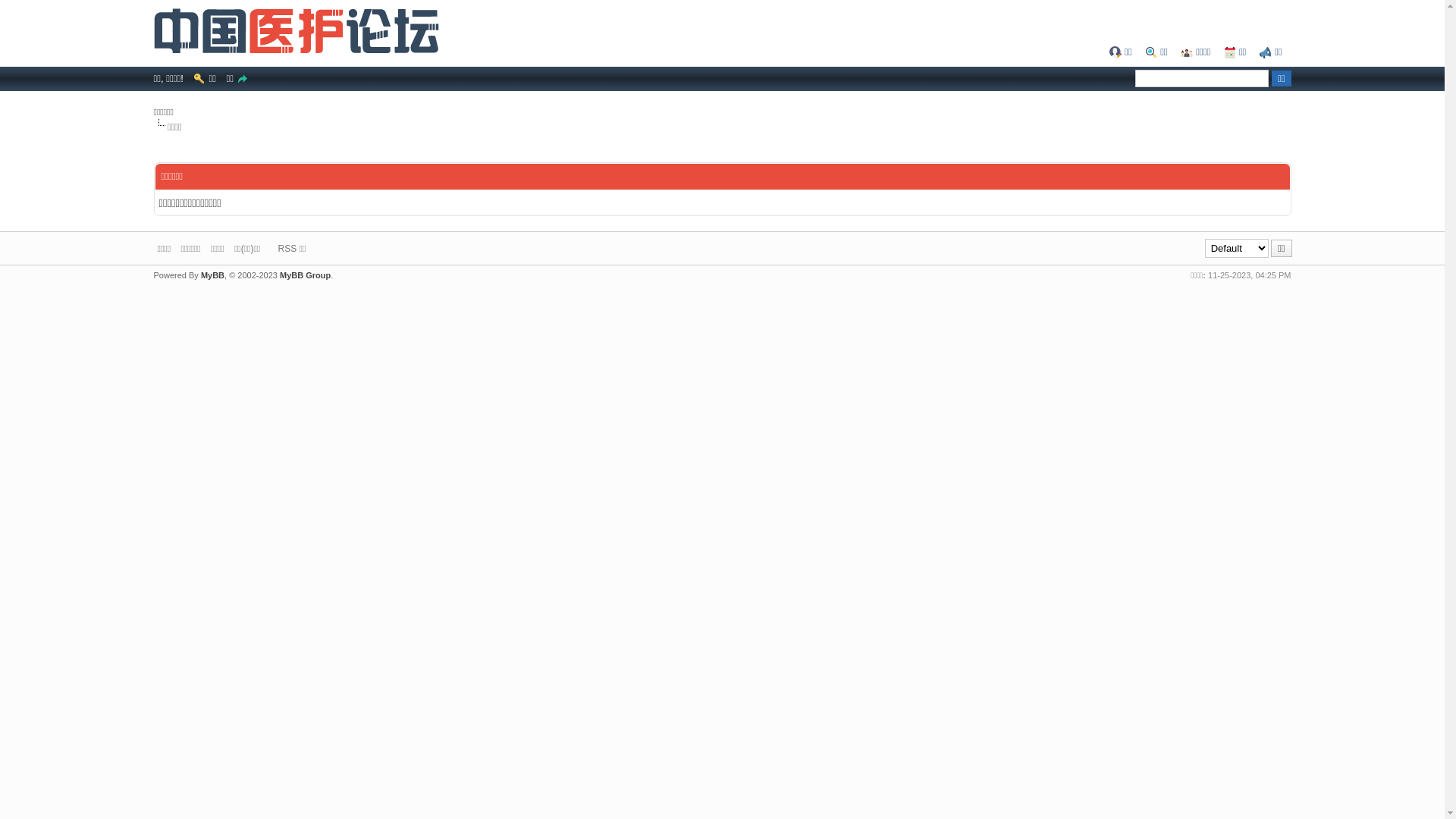  I want to click on 'MyBB', so click(212, 275).